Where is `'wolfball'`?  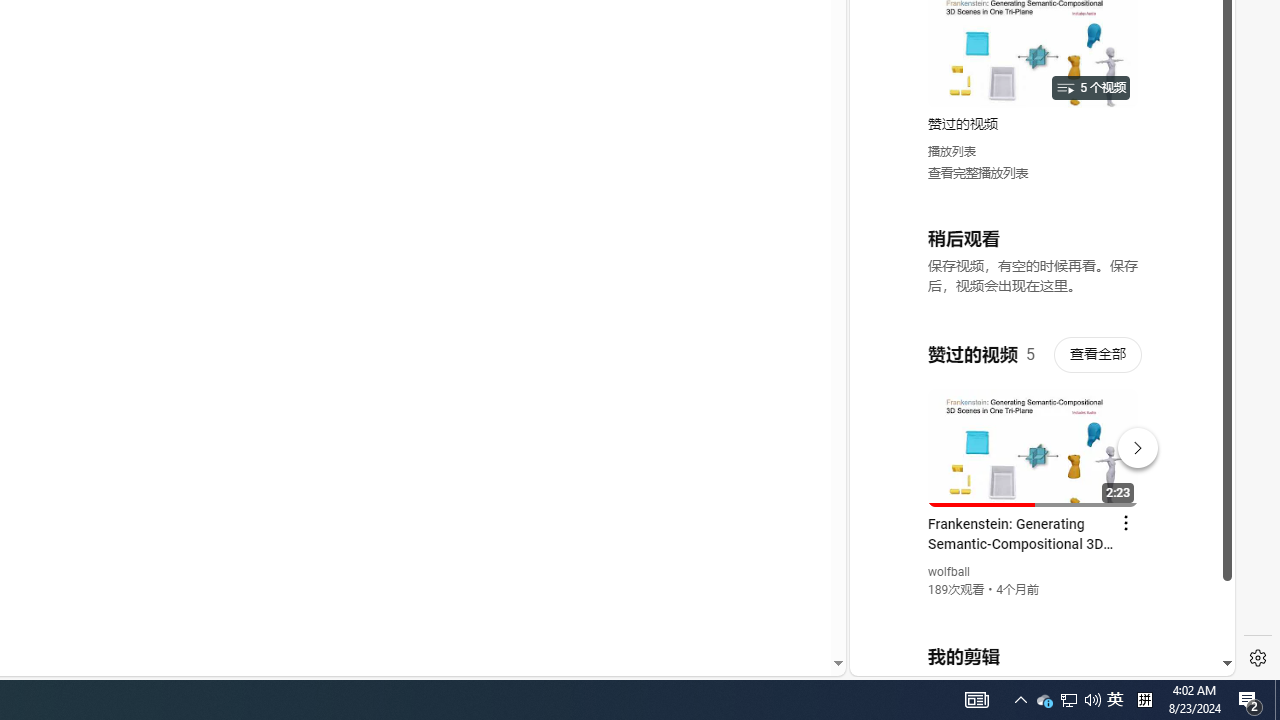 'wolfball' is located at coordinates (948, 572).